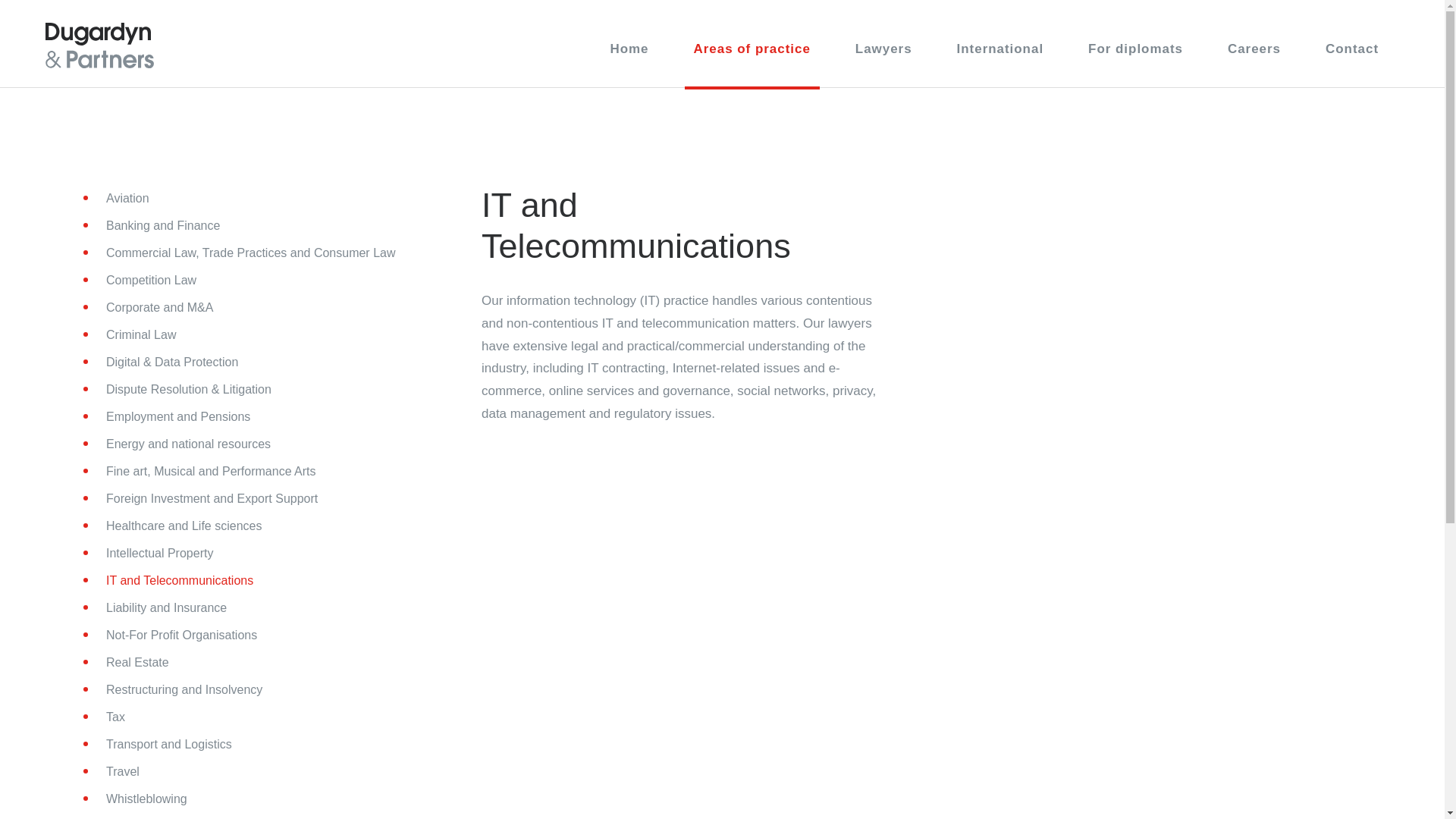  I want to click on 'Banking and Finance', so click(152, 225).